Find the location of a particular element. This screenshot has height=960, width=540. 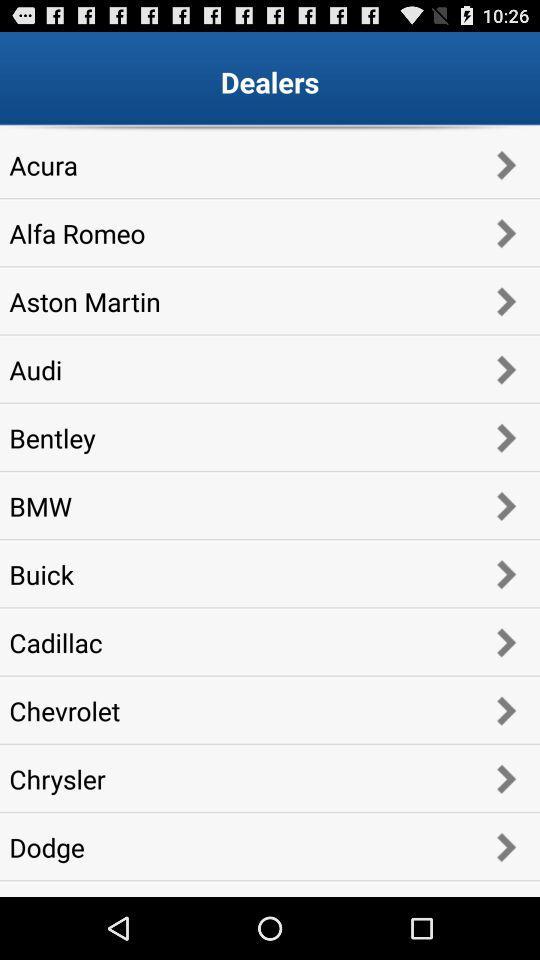

the button which is next to the cadillac is located at coordinates (504, 641).